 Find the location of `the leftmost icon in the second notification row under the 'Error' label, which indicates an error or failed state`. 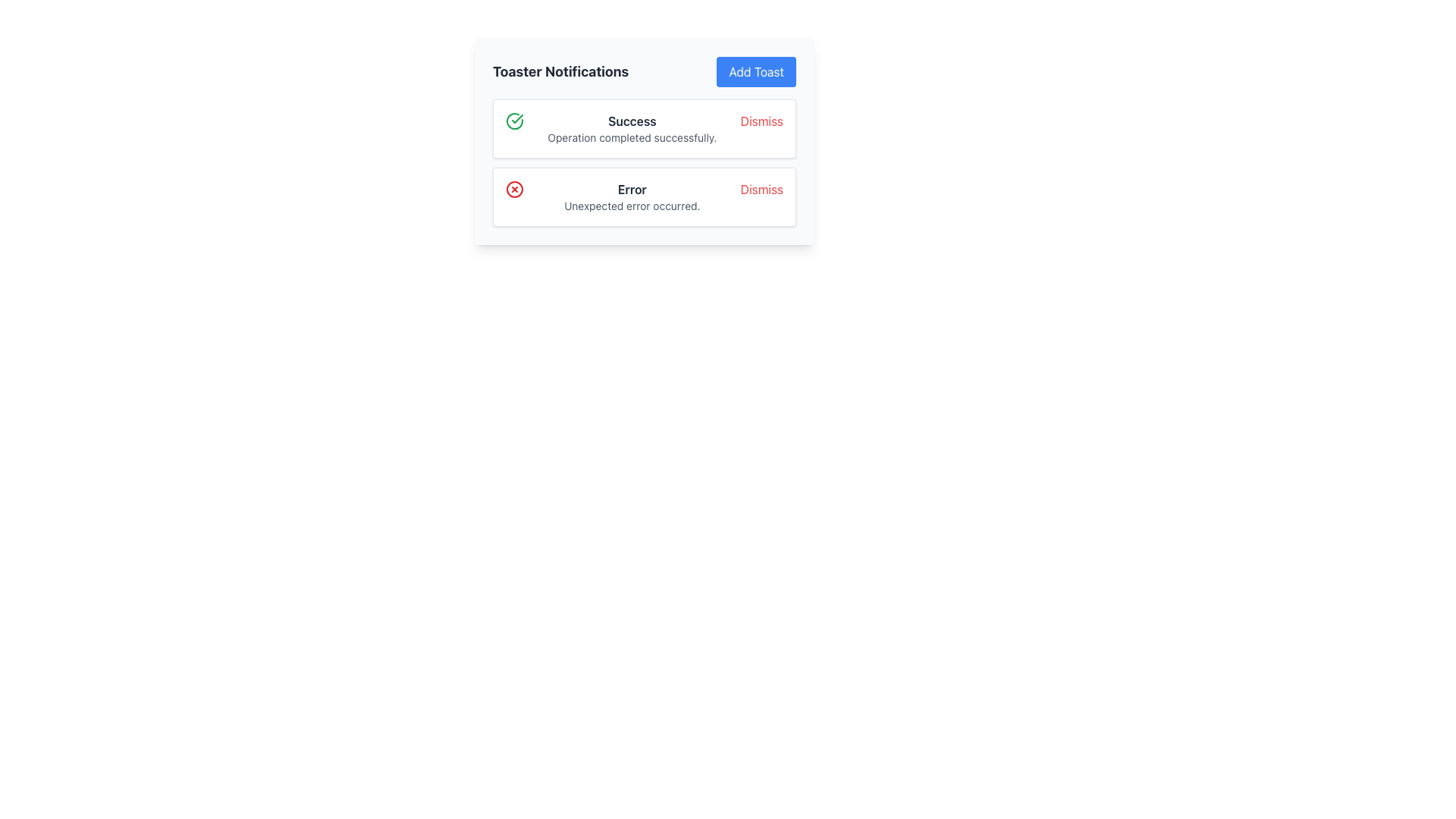

the leftmost icon in the second notification row under the 'Error' label, which indicates an error or failed state is located at coordinates (514, 189).